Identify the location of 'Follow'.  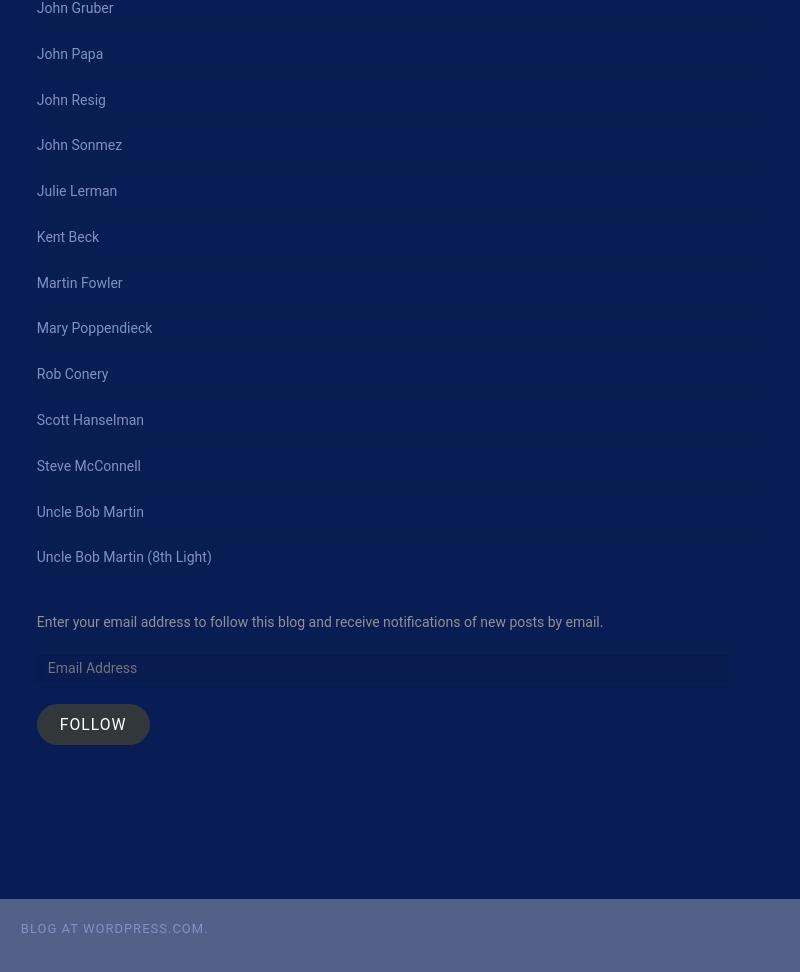
(57, 722).